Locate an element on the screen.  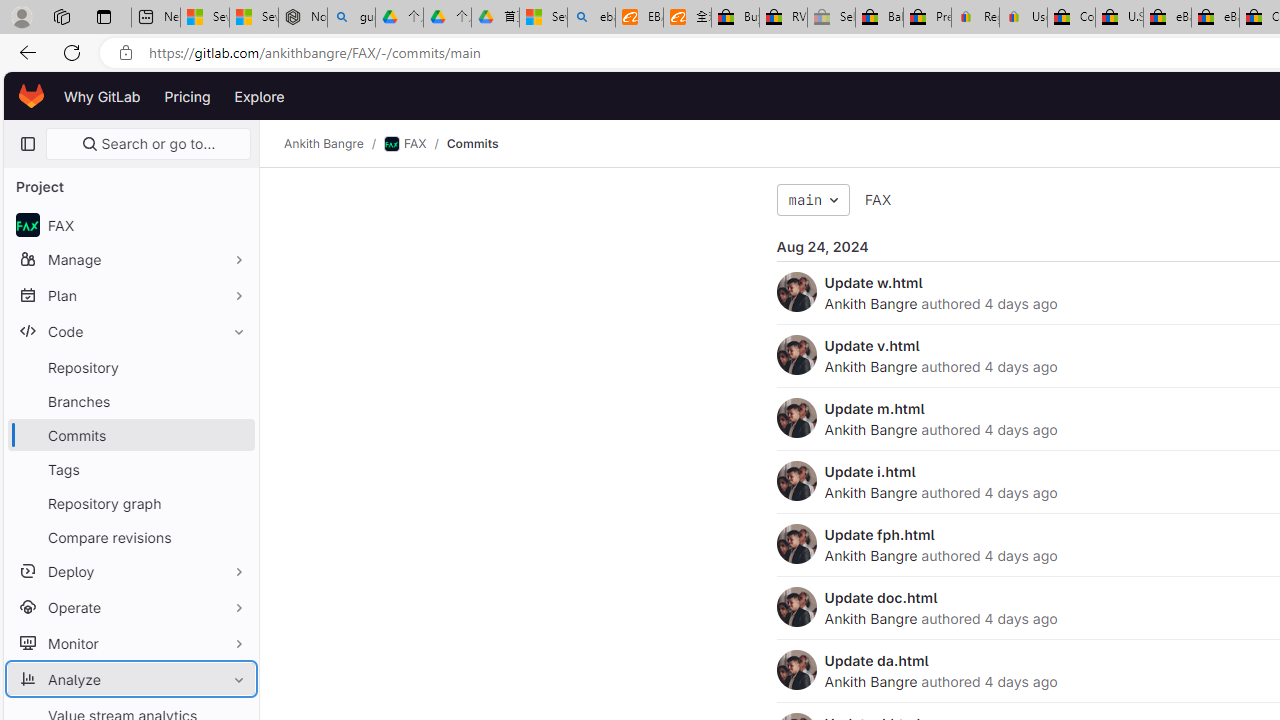
'Branches' is located at coordinates (130, 401).